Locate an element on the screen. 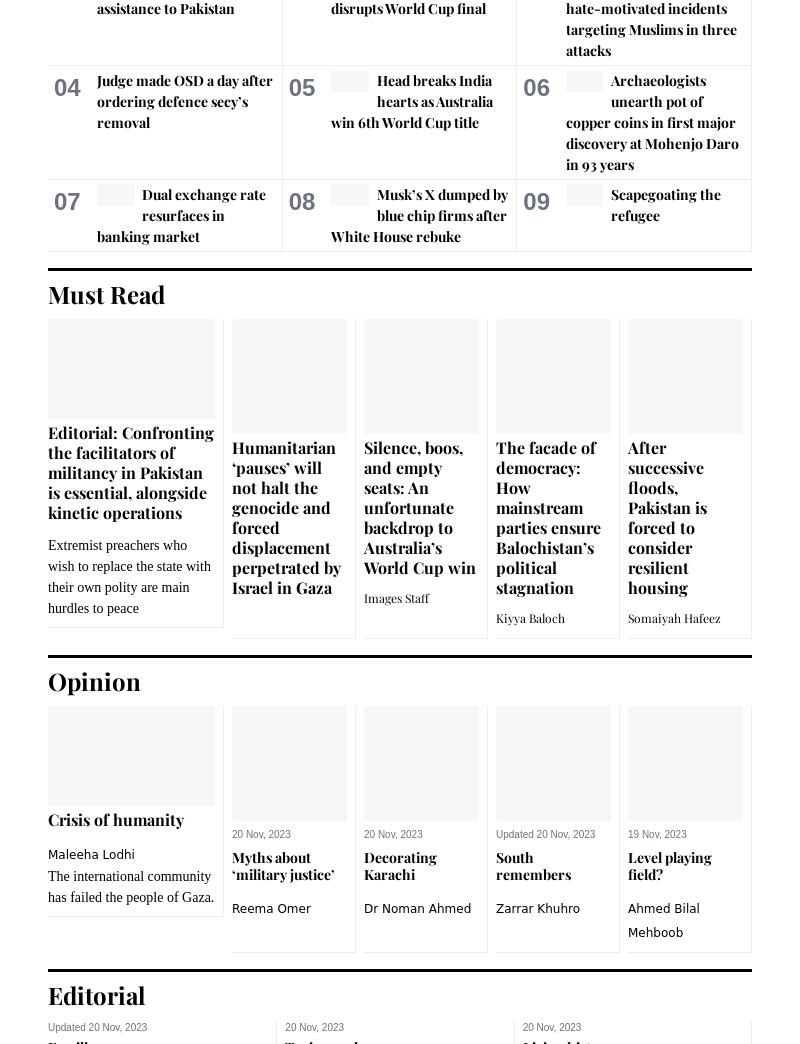  '07' is located at coordinates (67, 200).